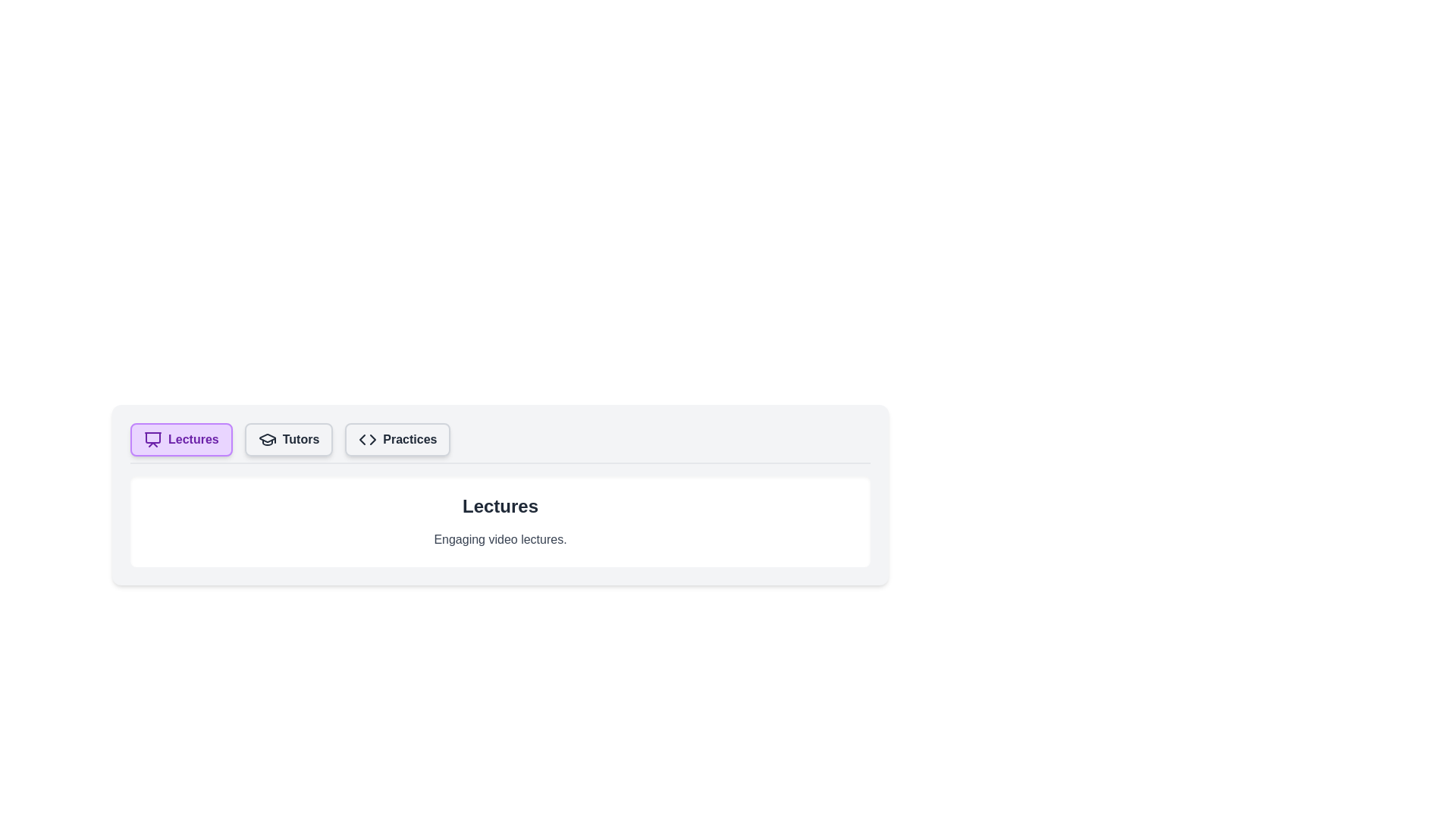 This screenshot has width=1456, height=819. Describe the element at coordinates (152, 439) in the screenshot. I see `the 'Lectures' button icon, which is the leftmost button in the horizontal row at the top of the interface, featuring a purple background and labeled 'Lectures'` at that location.